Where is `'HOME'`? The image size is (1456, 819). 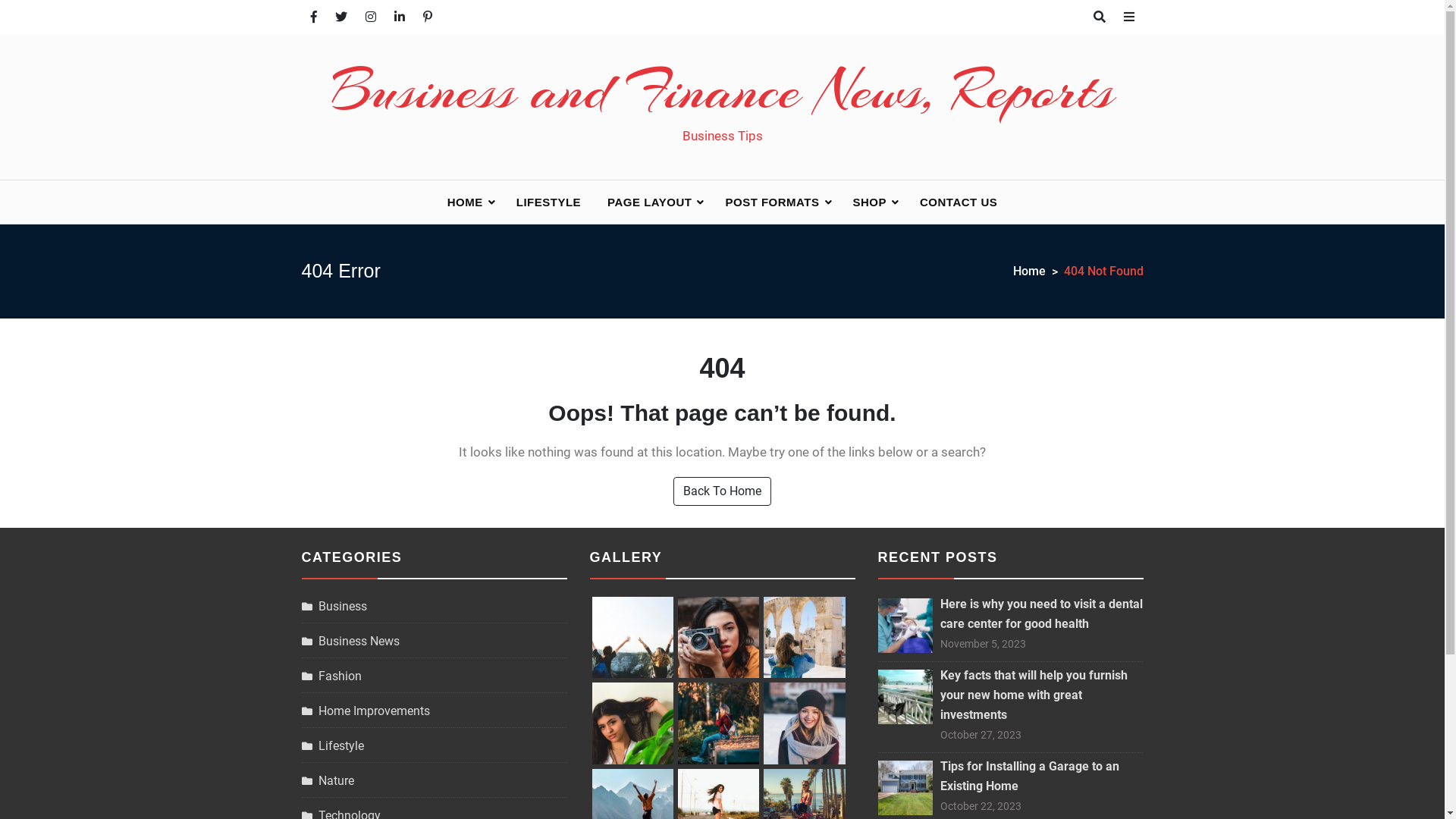
'HOME' is located at coordinates (468, 201).